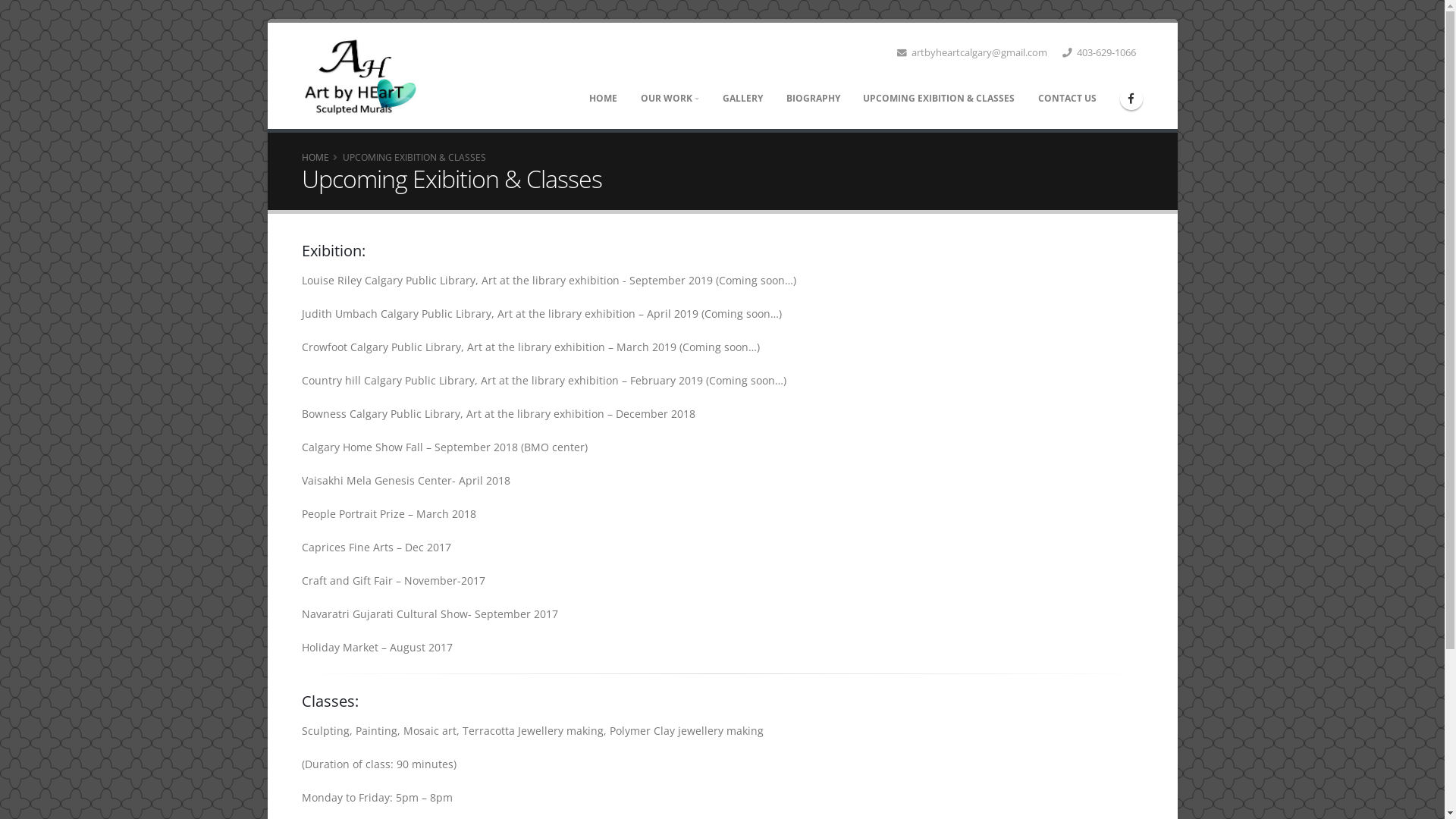 The width and height of the screenshot is (1456, 819). I want to click on 'GALLERY', so click(710, 99).